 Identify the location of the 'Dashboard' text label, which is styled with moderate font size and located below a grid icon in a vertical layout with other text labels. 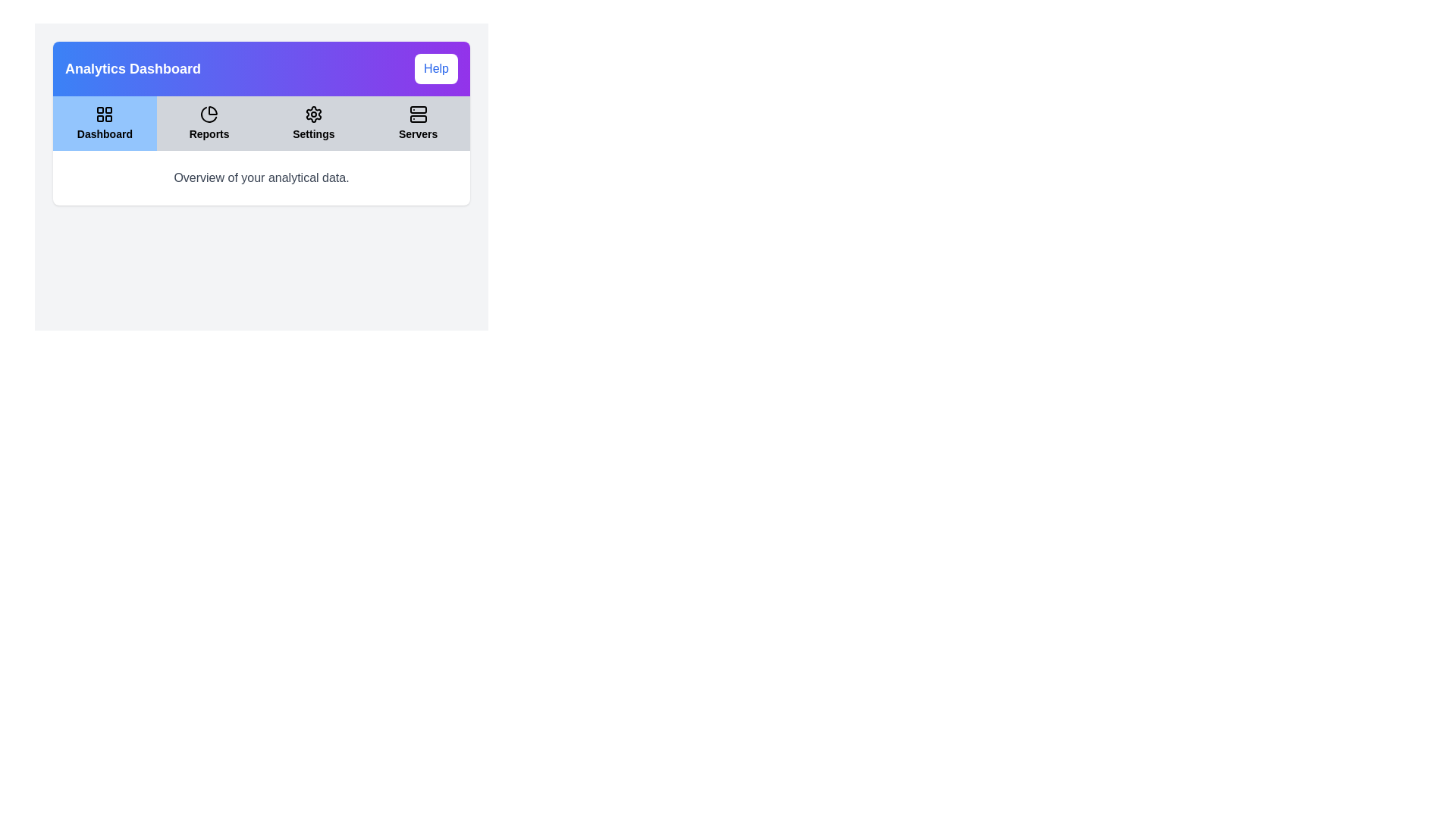
(104, 133).